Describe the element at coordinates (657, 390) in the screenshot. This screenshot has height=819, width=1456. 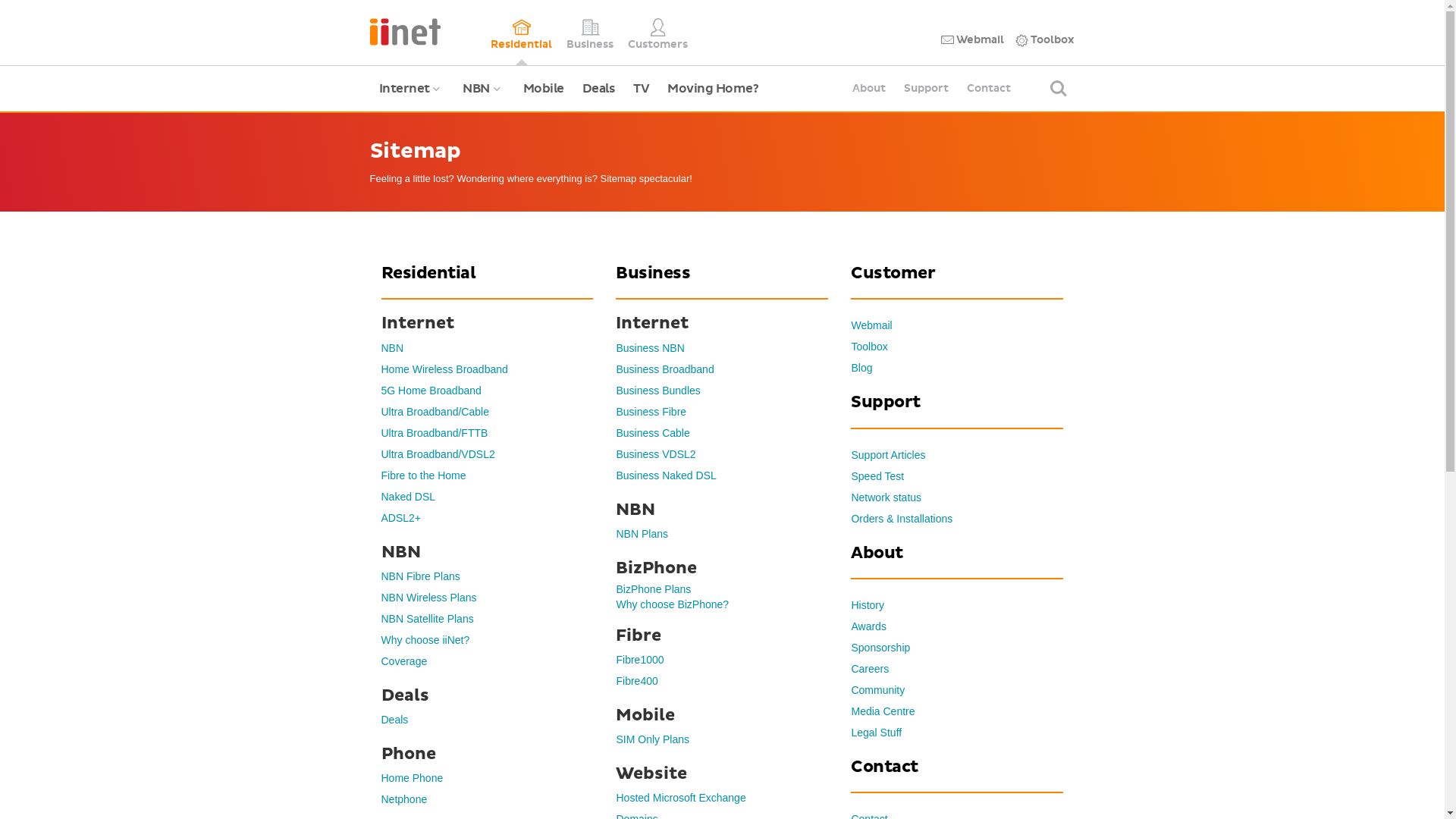
I see `'Business Bundles'` at that location.